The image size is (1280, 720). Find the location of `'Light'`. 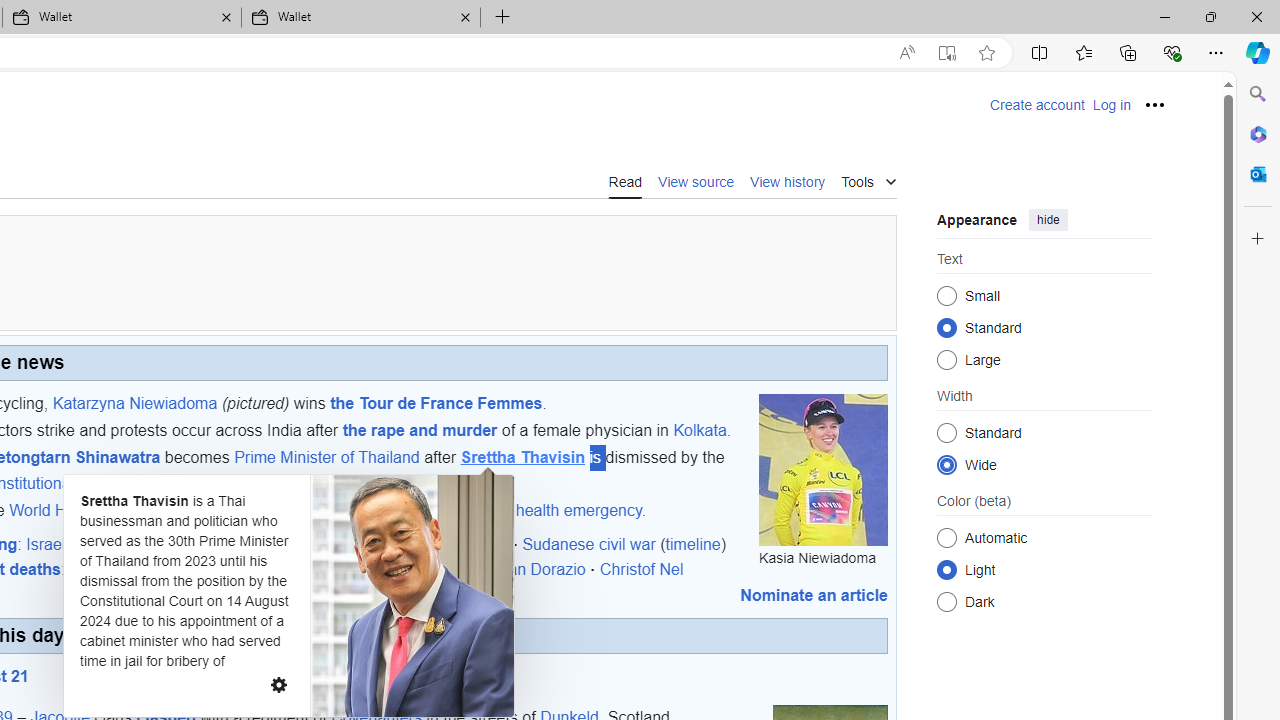

'Light' is located at coordinates (946, 569).